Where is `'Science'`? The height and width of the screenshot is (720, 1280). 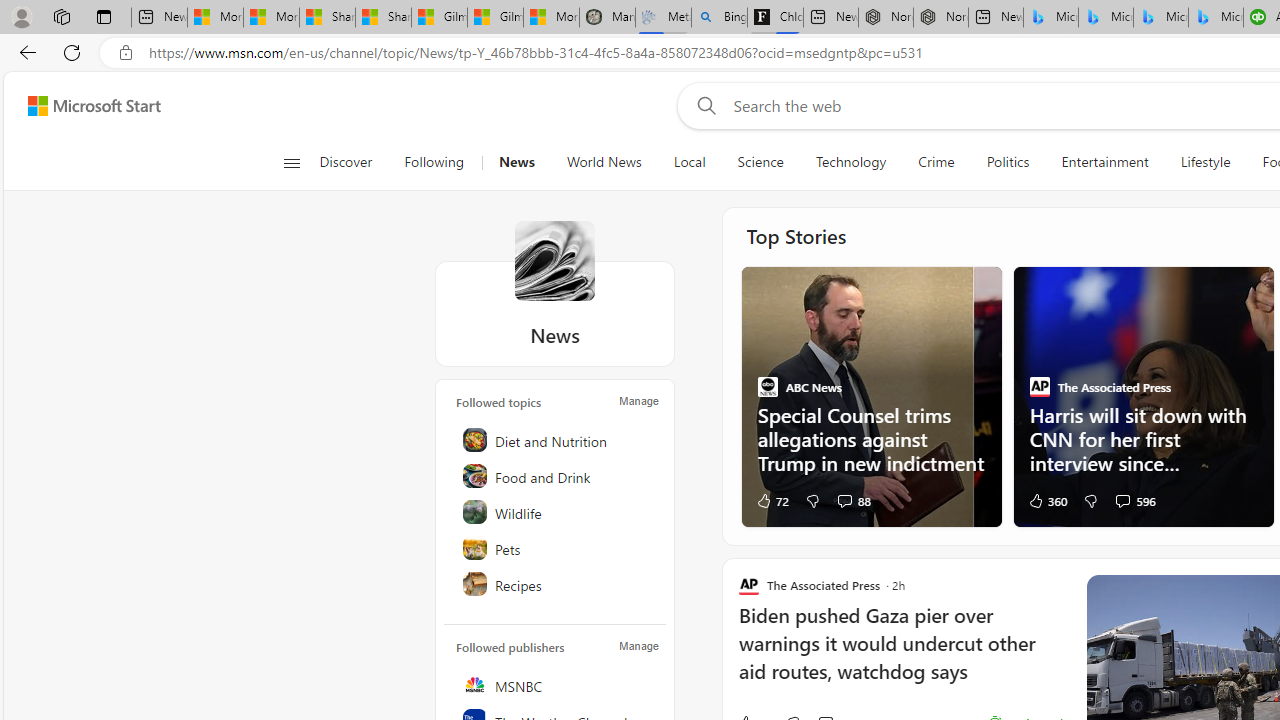
'Science' is located at coordinates (759, 162).